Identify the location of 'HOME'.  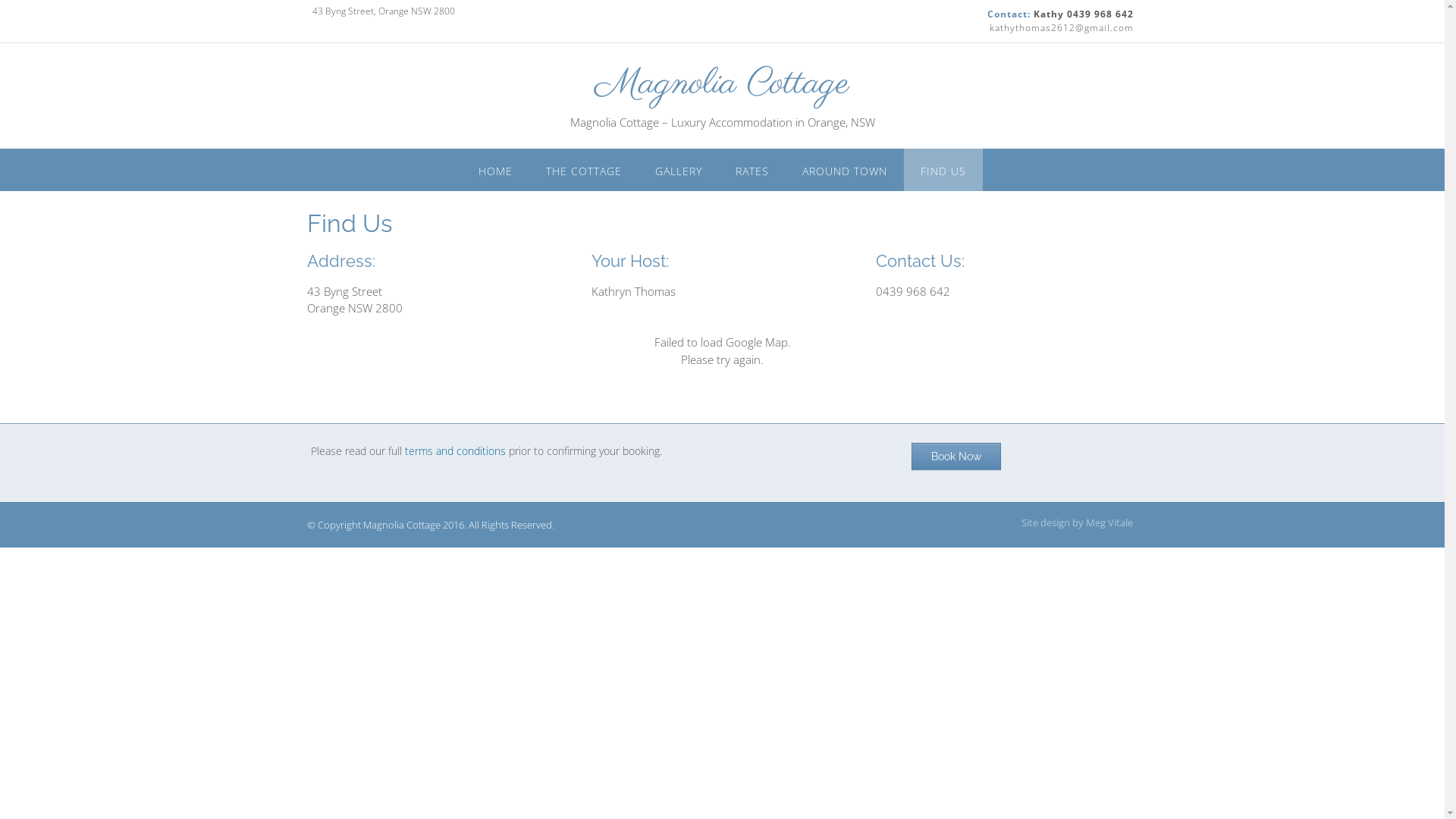
(495, 169).